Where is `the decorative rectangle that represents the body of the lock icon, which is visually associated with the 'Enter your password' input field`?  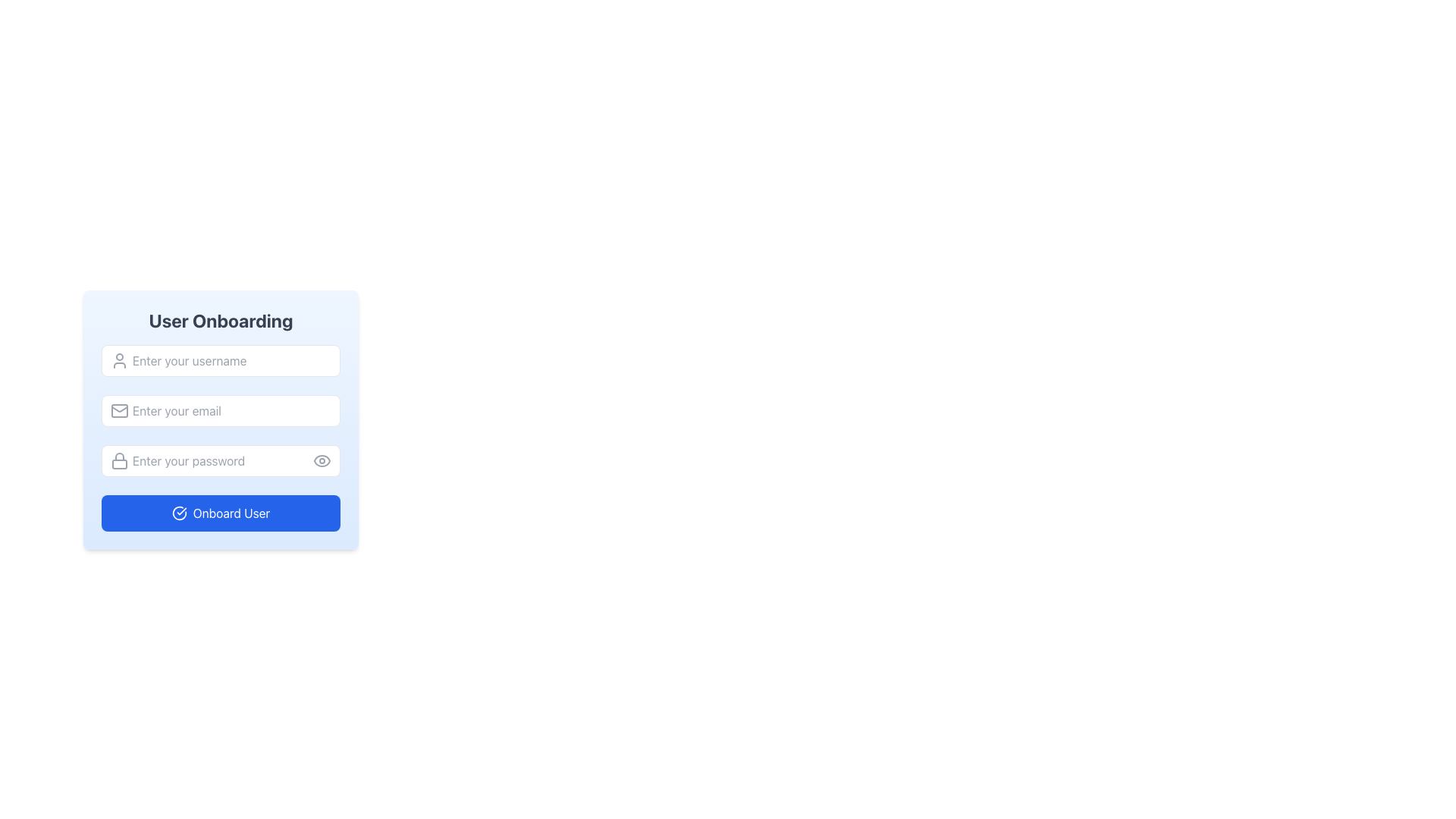 the decorative rectangle that represents the body of the lock icon, which is visually associated with the 'Enter your password' input field is located at coordinates (119, 463).